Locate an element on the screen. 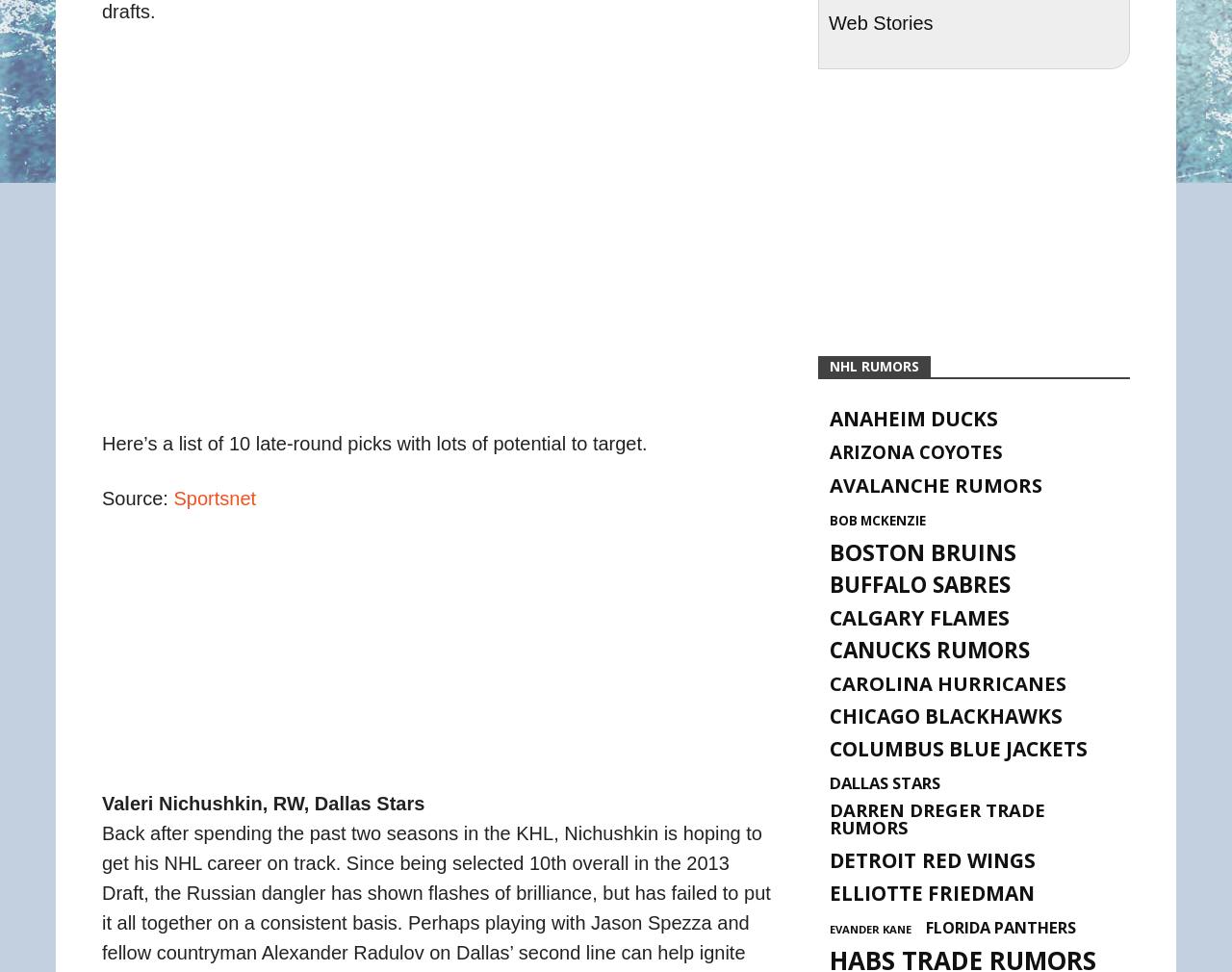 Image resolution: width=1232 pixels, height=972 pixels. 'Chicago Blackhawks' is located at coordinates (829, 714).